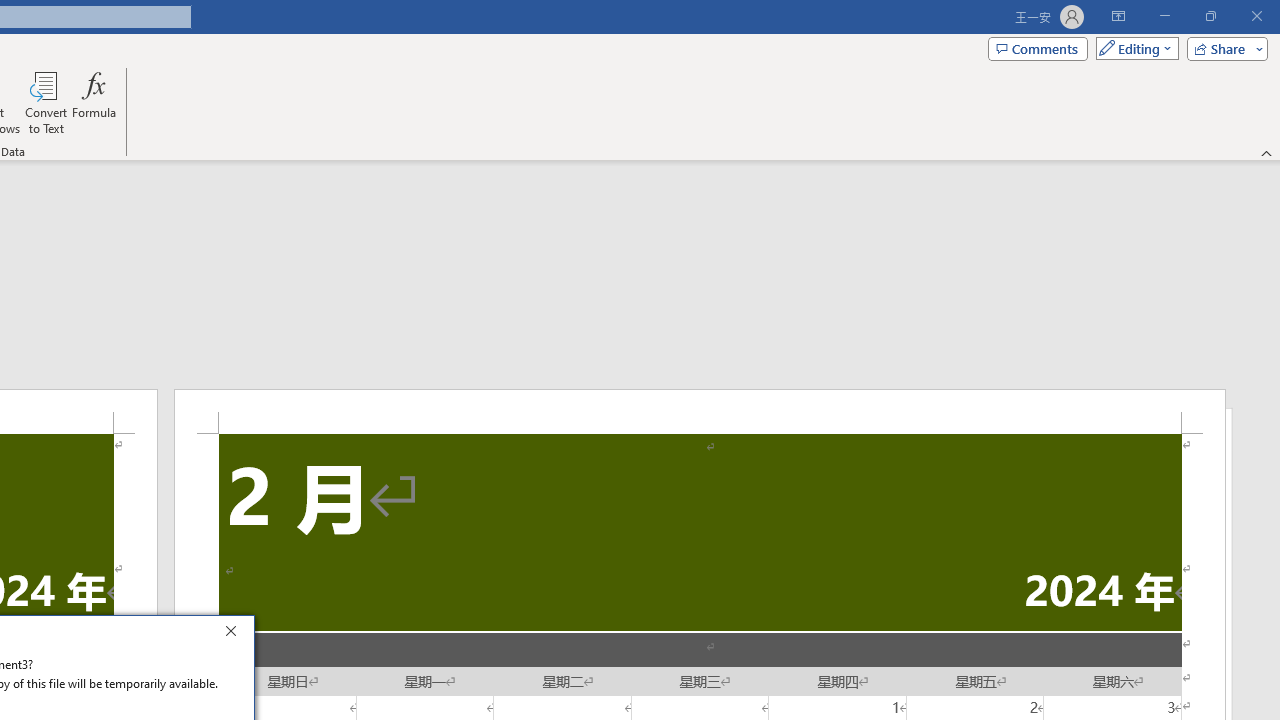  Describe the element at coordinates (1117, 16) in the screenshot. I see `'Ribbon Display Options'` at that location.